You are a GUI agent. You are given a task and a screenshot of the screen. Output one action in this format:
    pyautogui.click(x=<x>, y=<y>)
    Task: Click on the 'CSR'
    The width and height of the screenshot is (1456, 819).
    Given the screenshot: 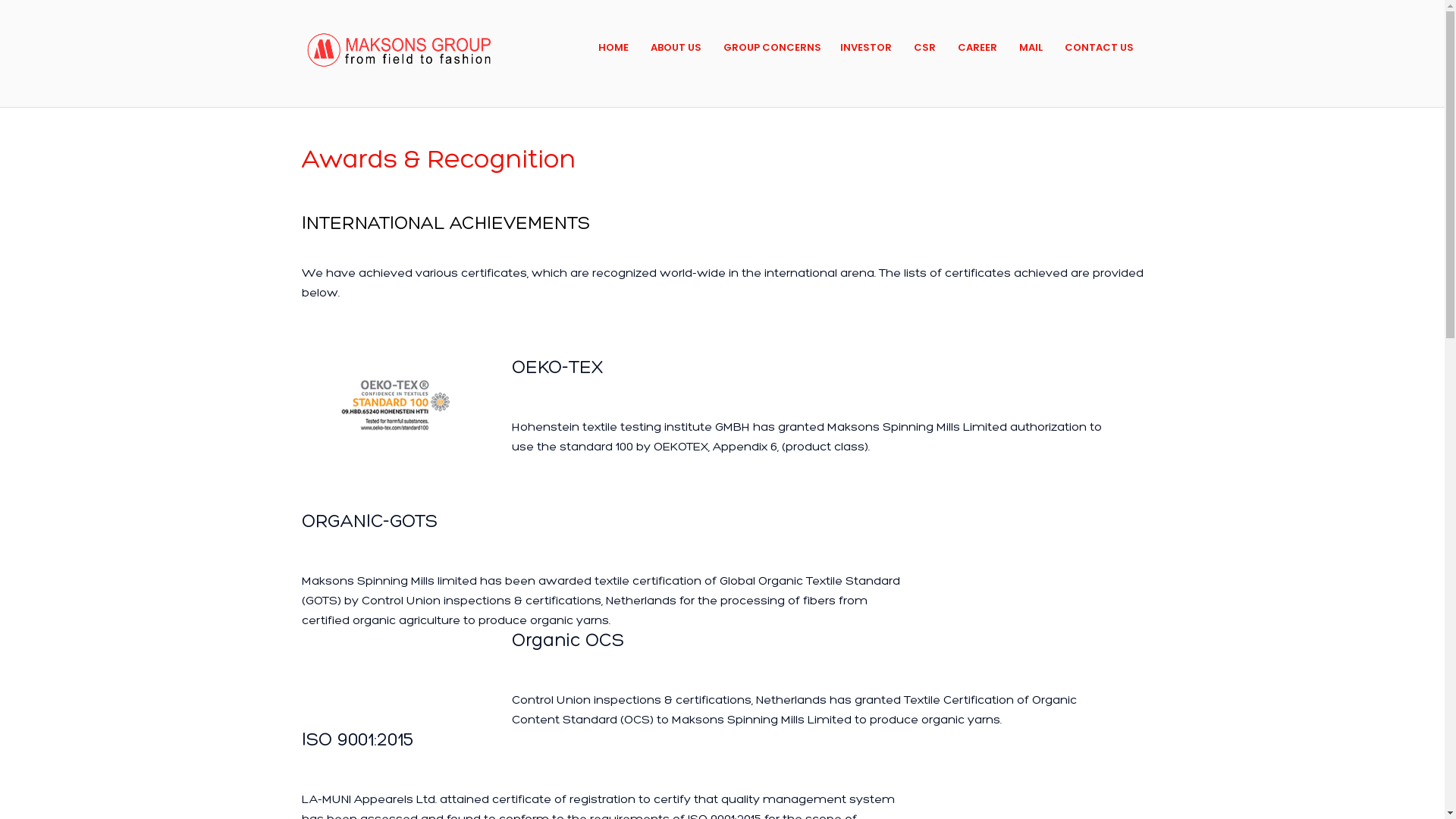 What is the action you would take?
    pyautogui.click(x=924, y=46)
    